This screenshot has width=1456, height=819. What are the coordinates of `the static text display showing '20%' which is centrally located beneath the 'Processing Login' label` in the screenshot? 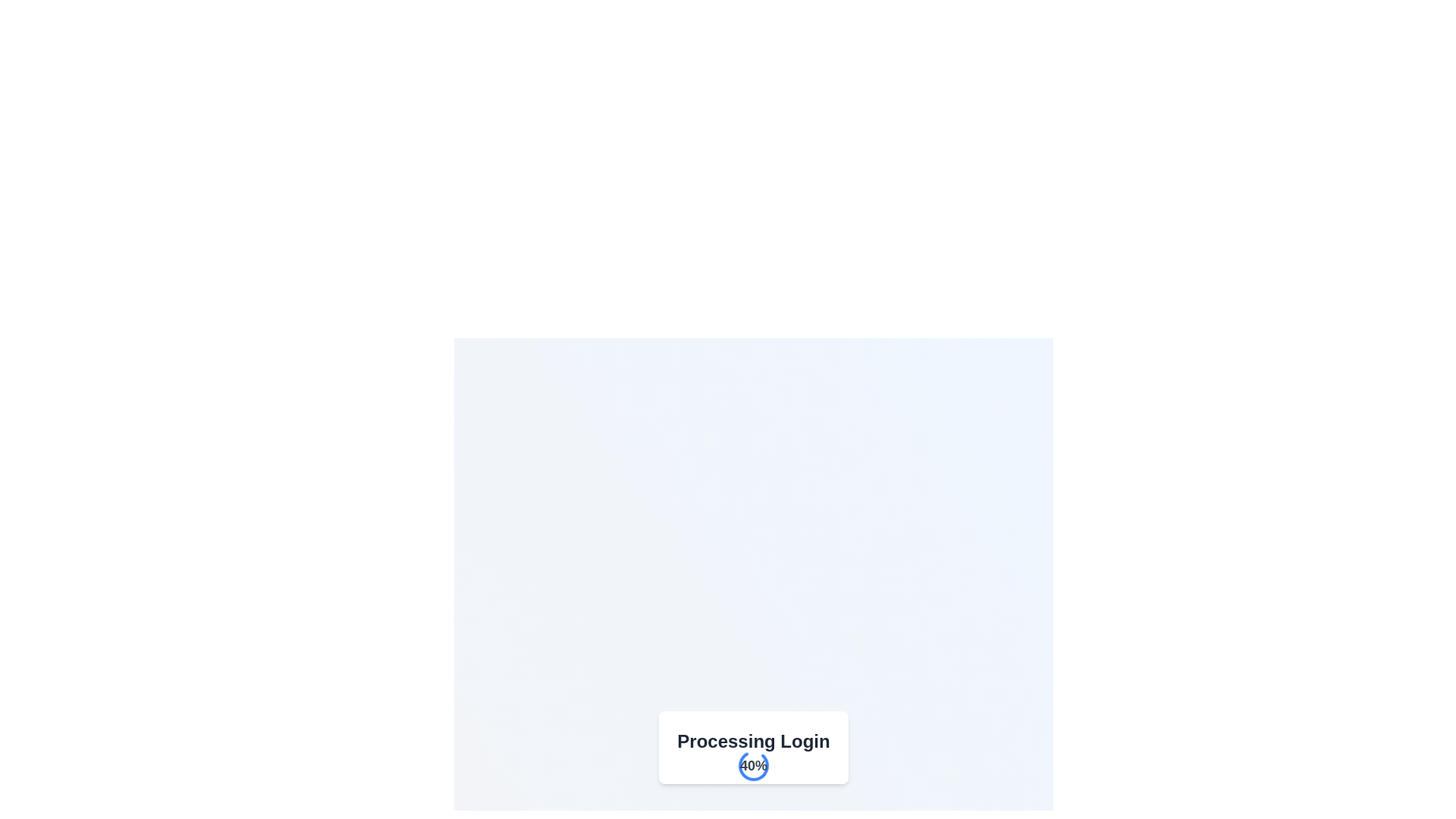 It's located at (753, 766).